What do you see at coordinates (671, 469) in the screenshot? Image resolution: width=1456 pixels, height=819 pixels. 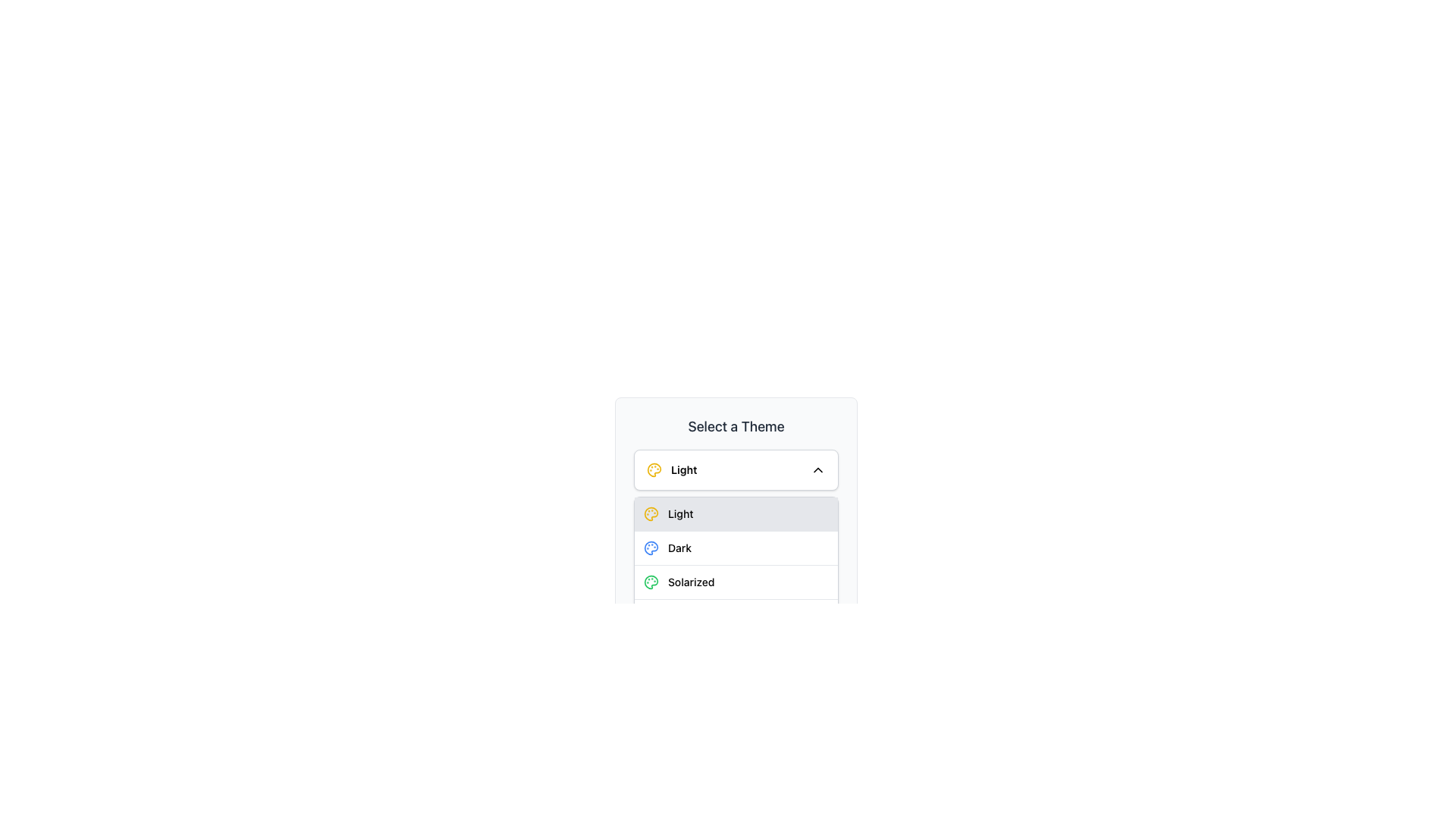 I see `the yellow palette icon associated with the 'Light' theme text` at bounding box center [671, 469].